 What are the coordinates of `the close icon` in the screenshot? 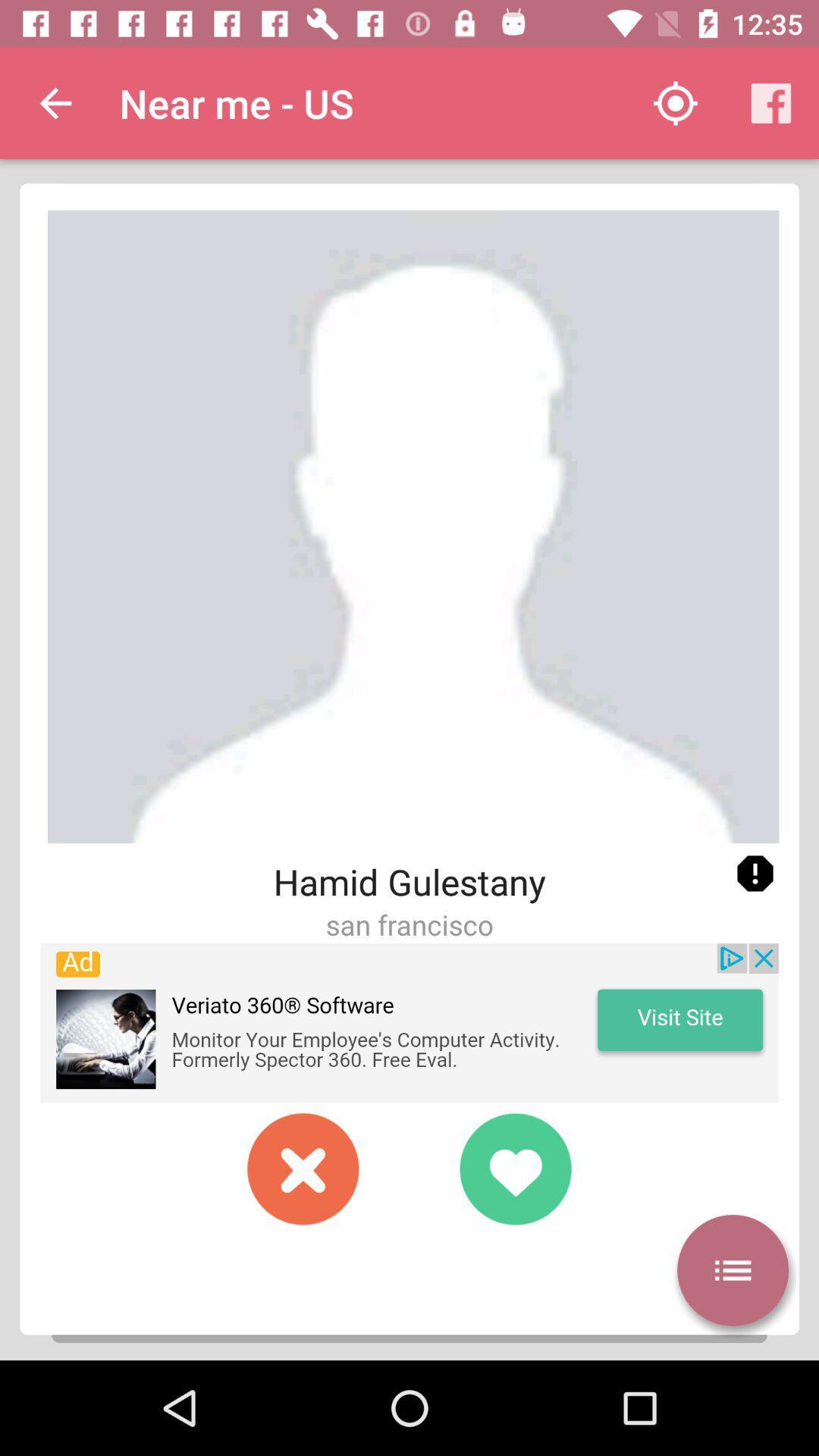 It's located at (303, 1168).